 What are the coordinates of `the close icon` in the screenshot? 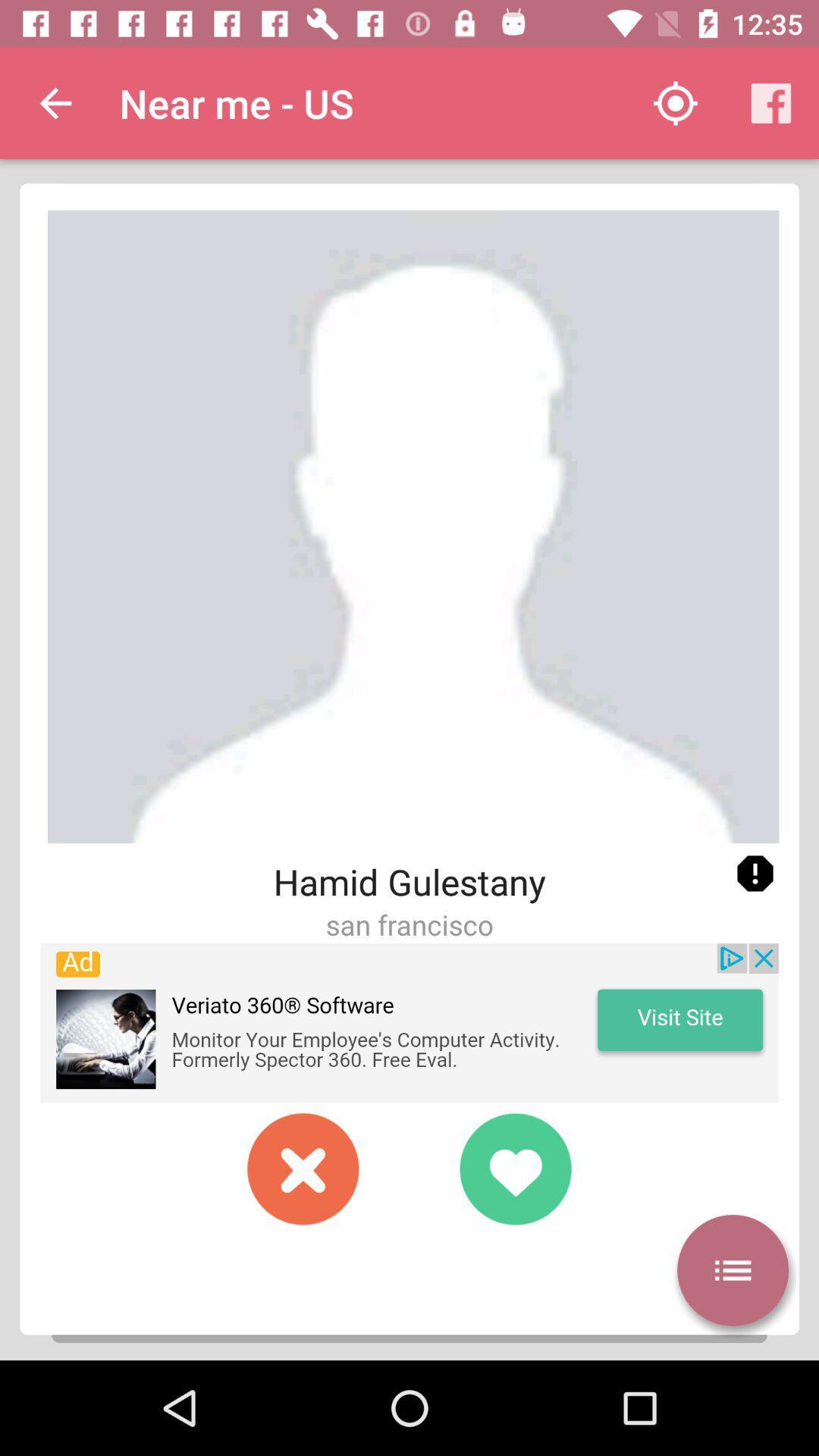 It's located at (303, 1168).